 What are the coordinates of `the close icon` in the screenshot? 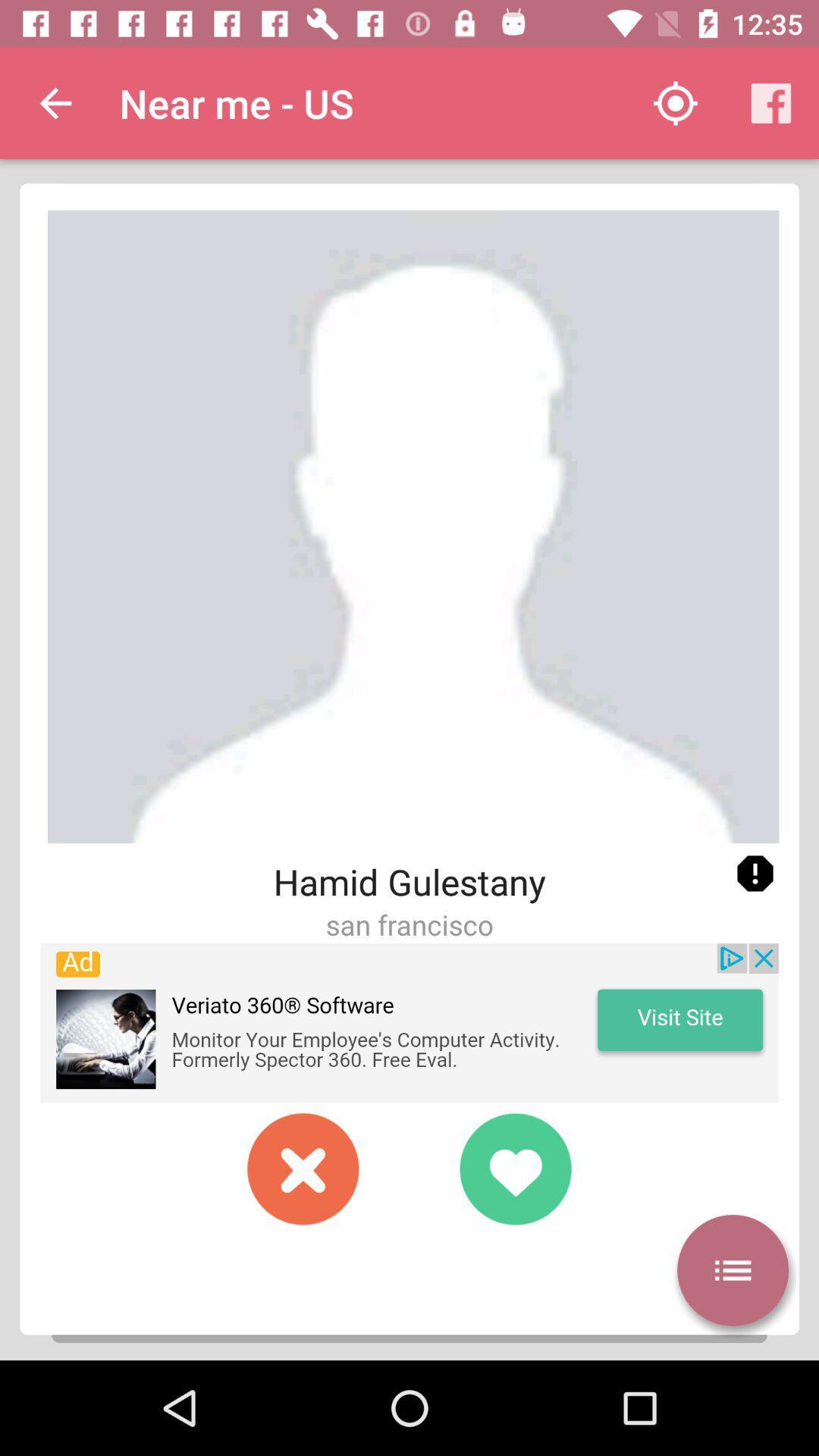 It's located at (303, 1168).